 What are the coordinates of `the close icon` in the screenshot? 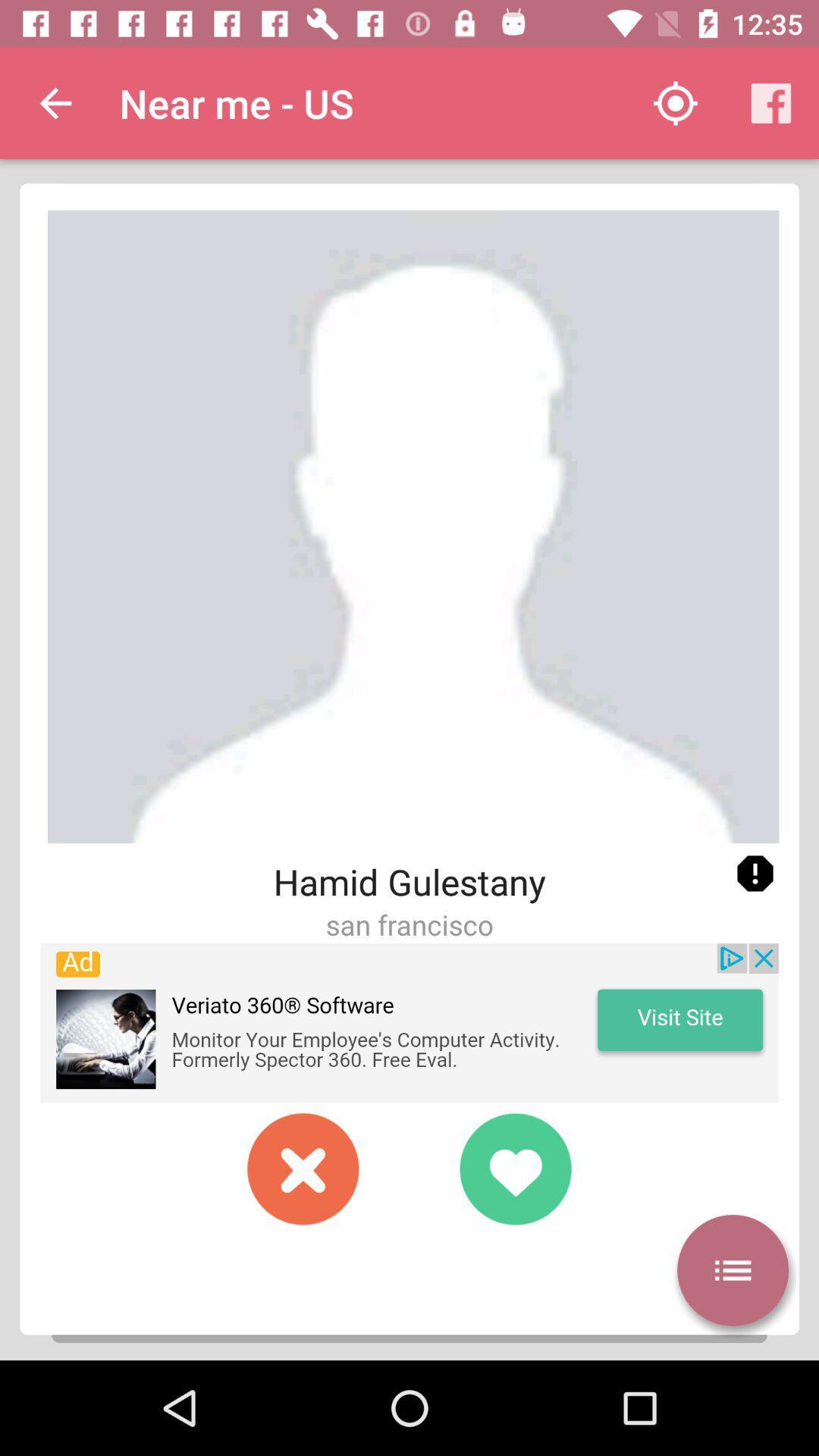 It's located at (303, 1168).